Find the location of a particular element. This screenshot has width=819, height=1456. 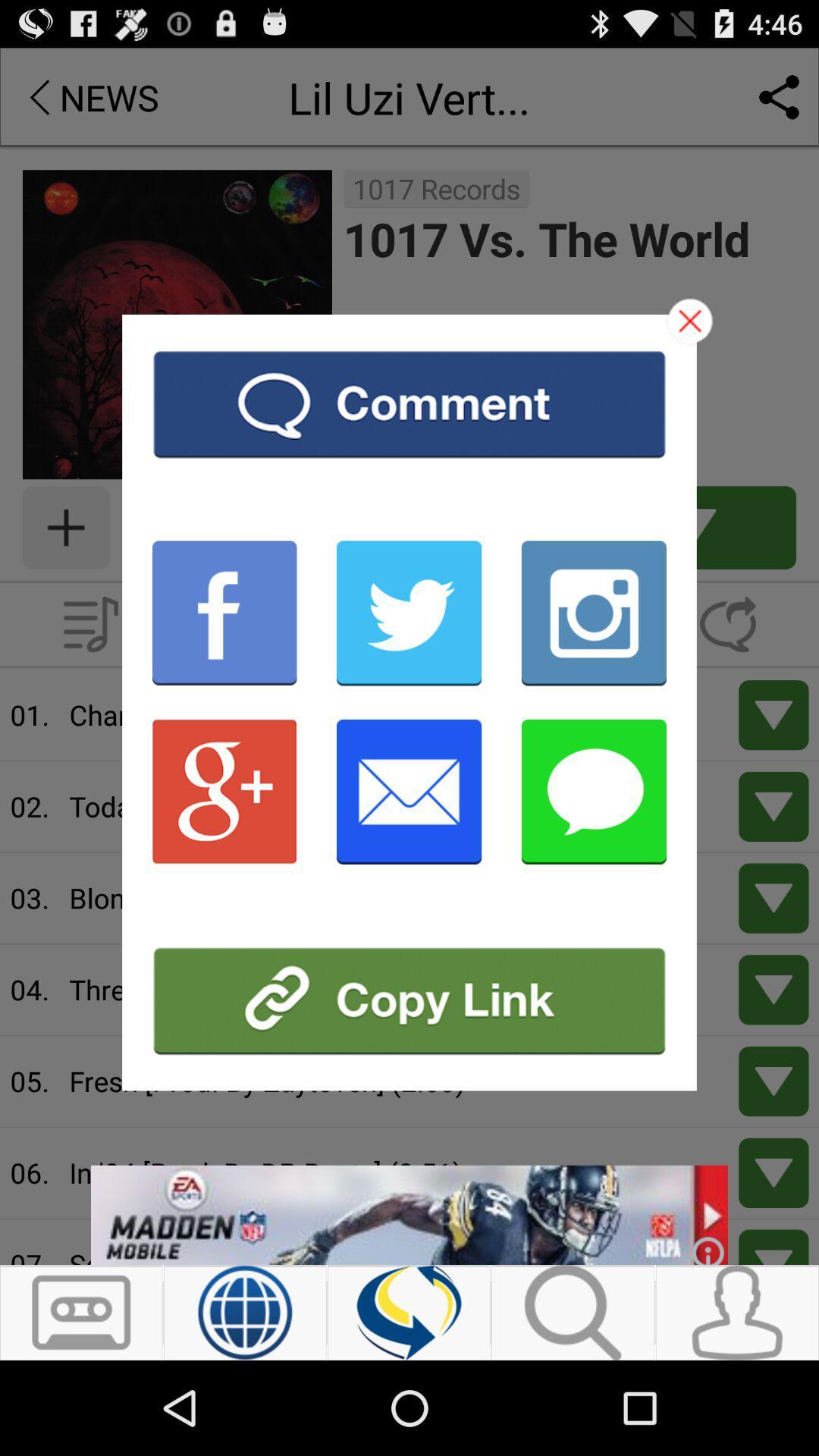

comment is located at coordinates (409, 403).